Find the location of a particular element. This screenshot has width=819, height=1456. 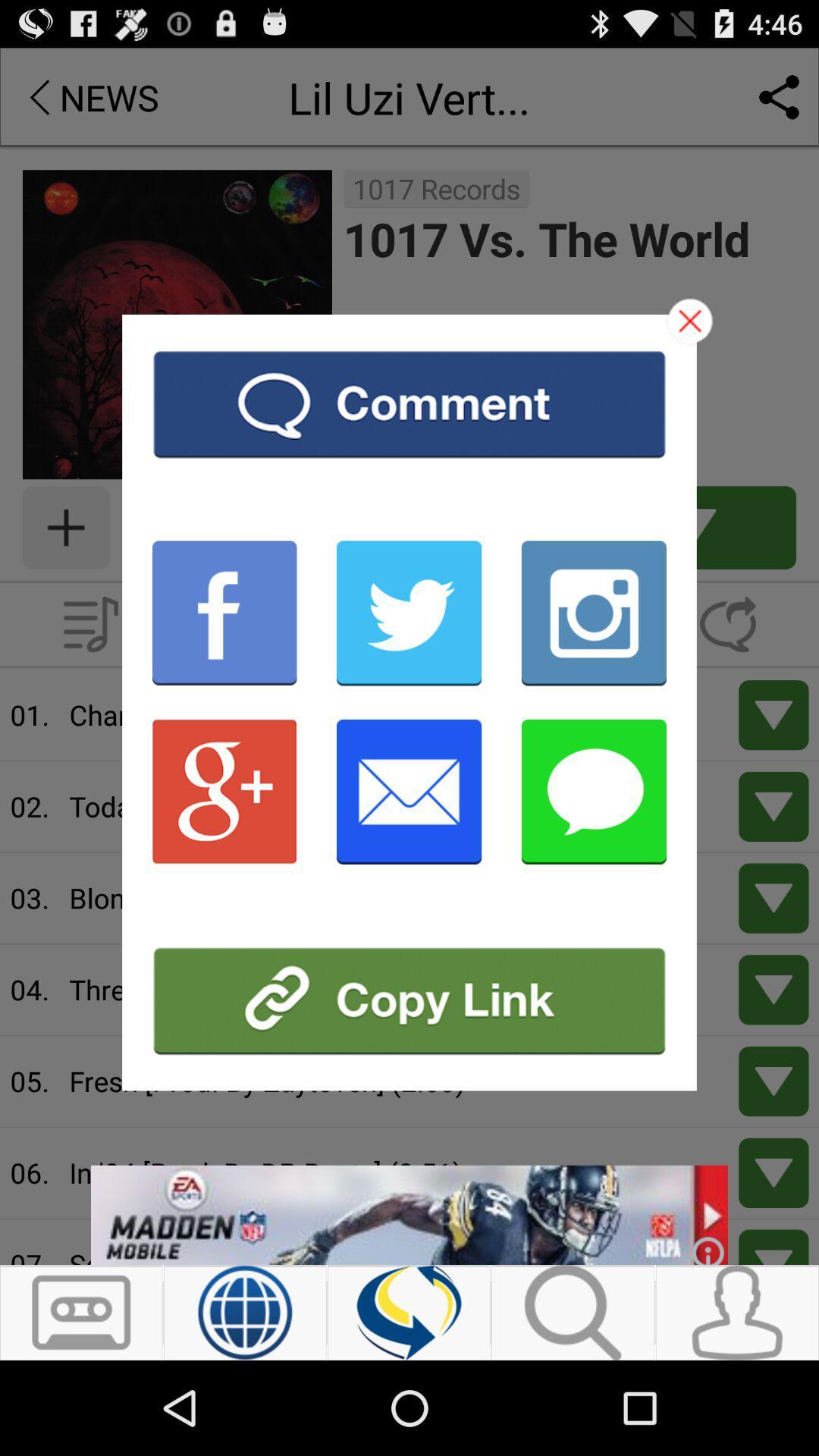

comment is located at coordinates (409, 403).